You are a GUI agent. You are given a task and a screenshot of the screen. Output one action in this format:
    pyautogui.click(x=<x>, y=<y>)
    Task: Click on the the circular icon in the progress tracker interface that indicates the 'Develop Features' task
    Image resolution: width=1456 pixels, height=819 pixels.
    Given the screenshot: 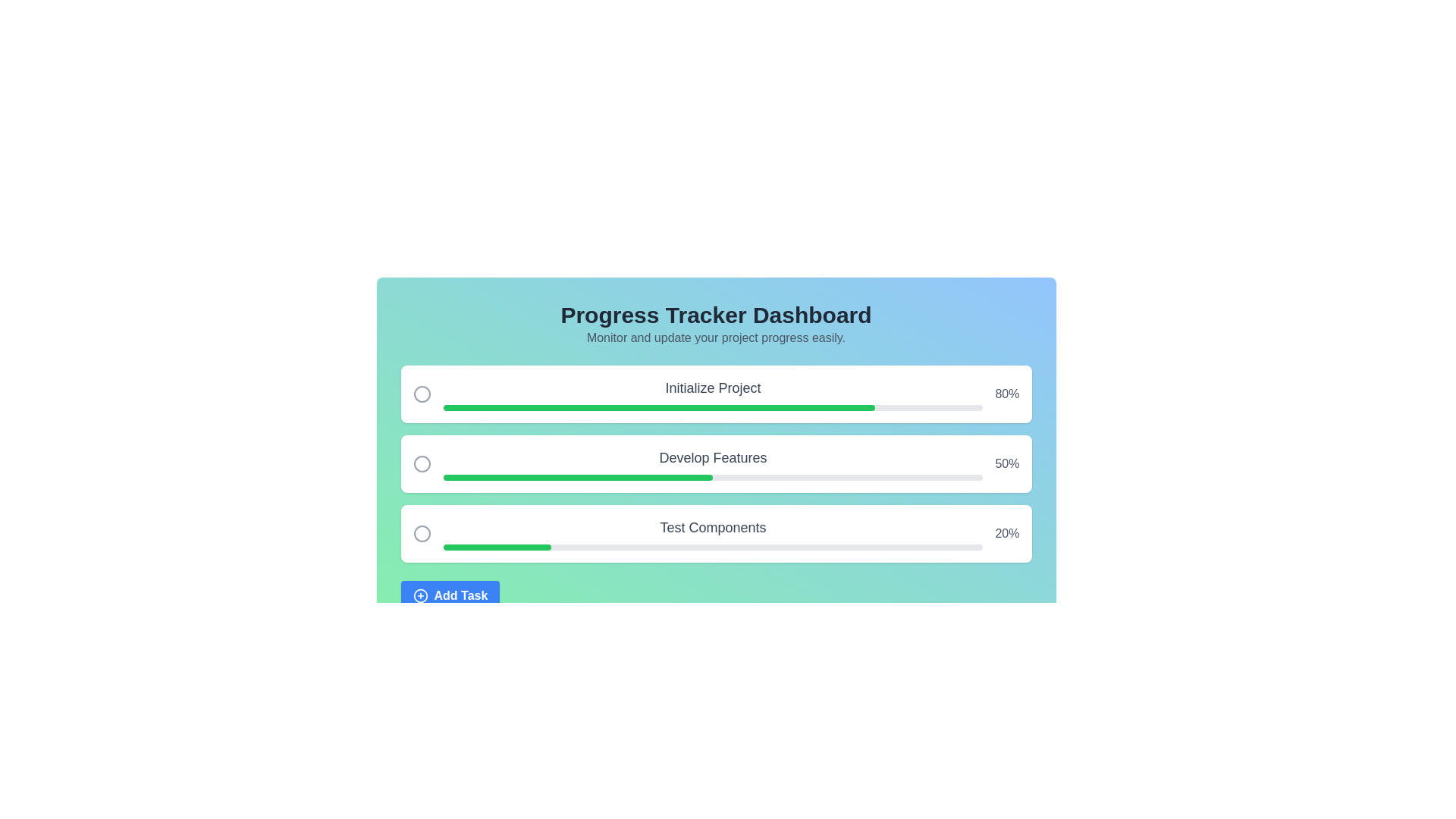 What is the action you would take?
    pyautogui.click(x=422, y=463)
    